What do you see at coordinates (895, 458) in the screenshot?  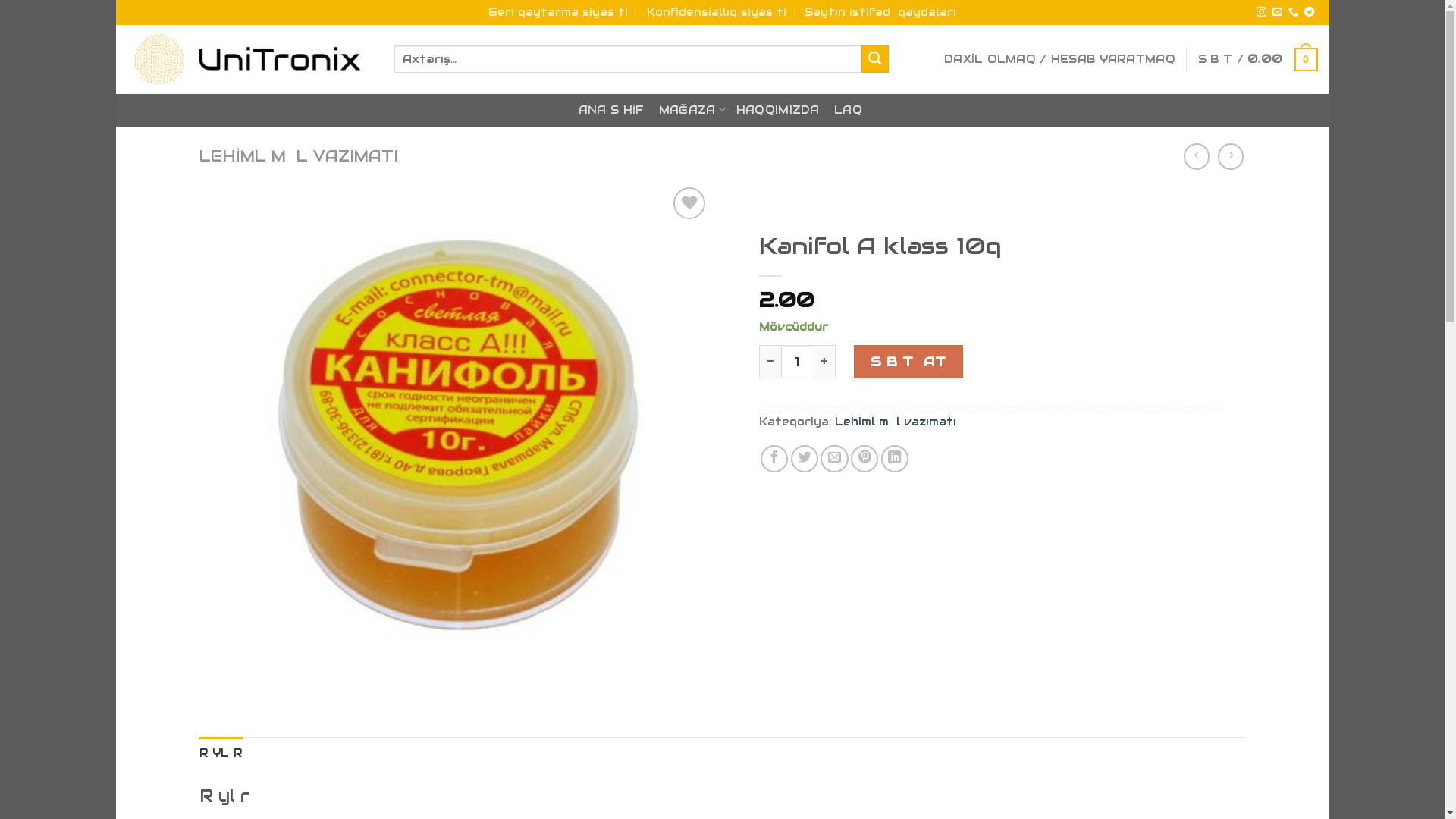 I see `'Share on LinkedIn'` at bounding box center [895, 458].